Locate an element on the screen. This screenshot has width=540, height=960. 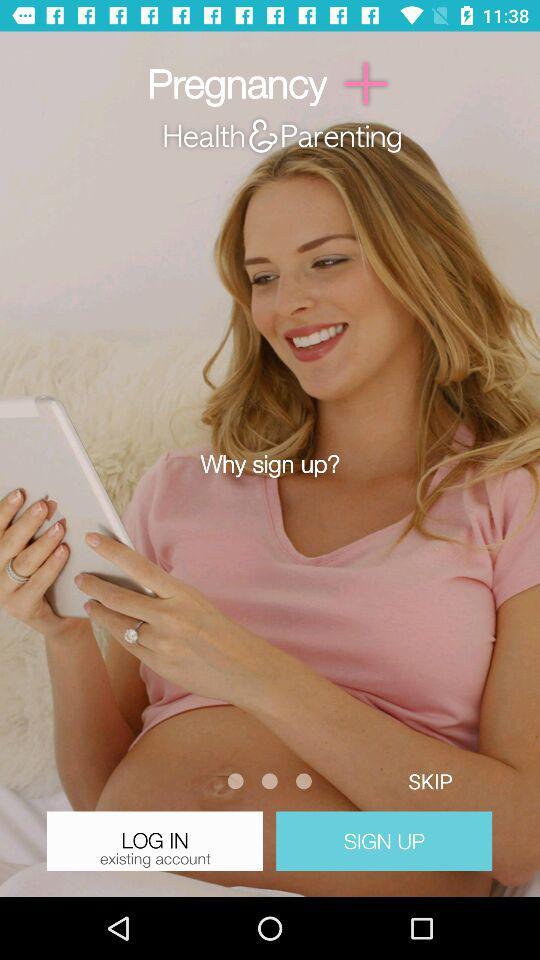
the skip is located at coordinates (429, 781).